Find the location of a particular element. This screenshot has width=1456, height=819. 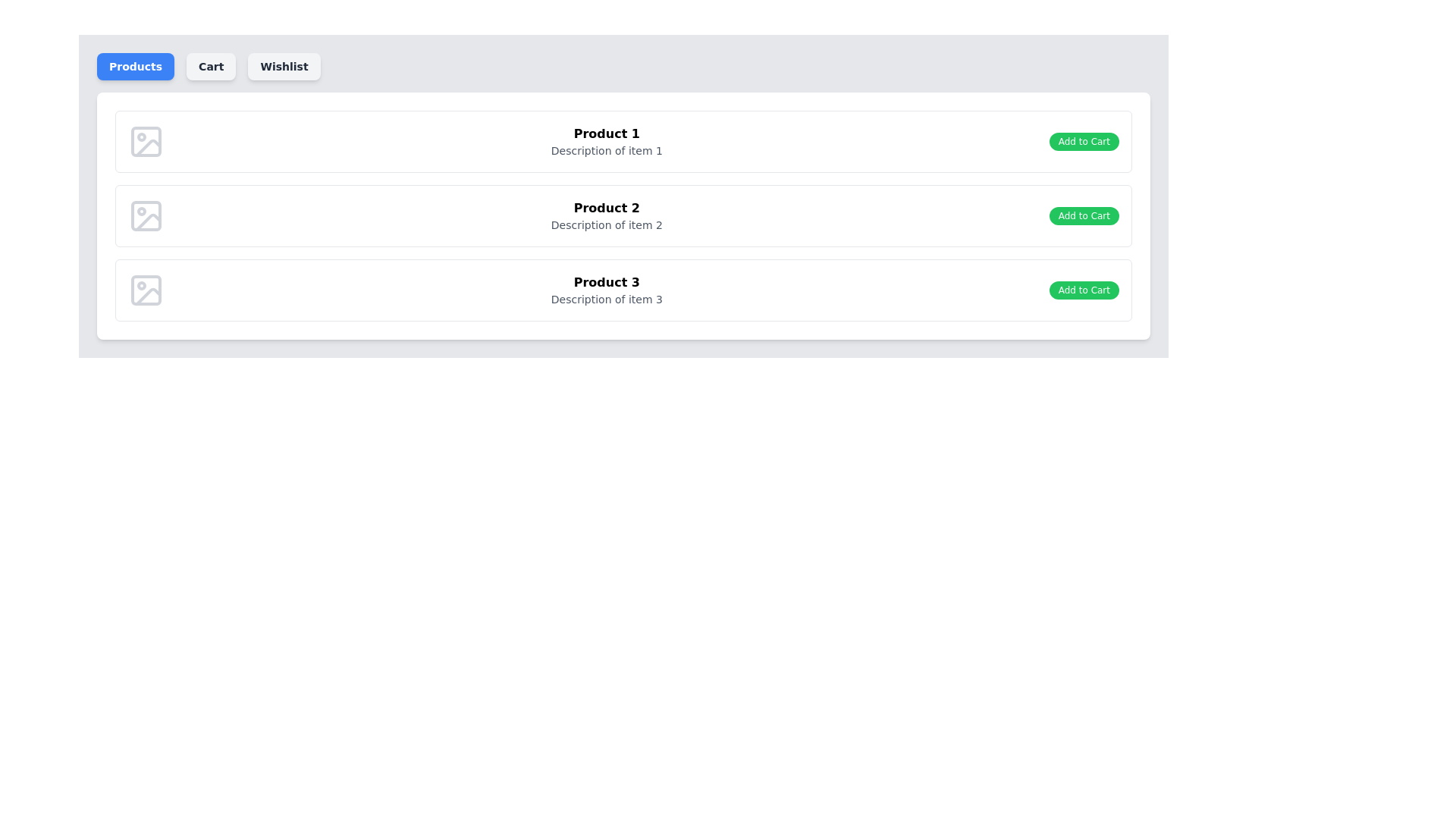

the appearance of the image placeholder icon located at the top-left corner of the 'Product 2' card is located at coordinates (146, 216).